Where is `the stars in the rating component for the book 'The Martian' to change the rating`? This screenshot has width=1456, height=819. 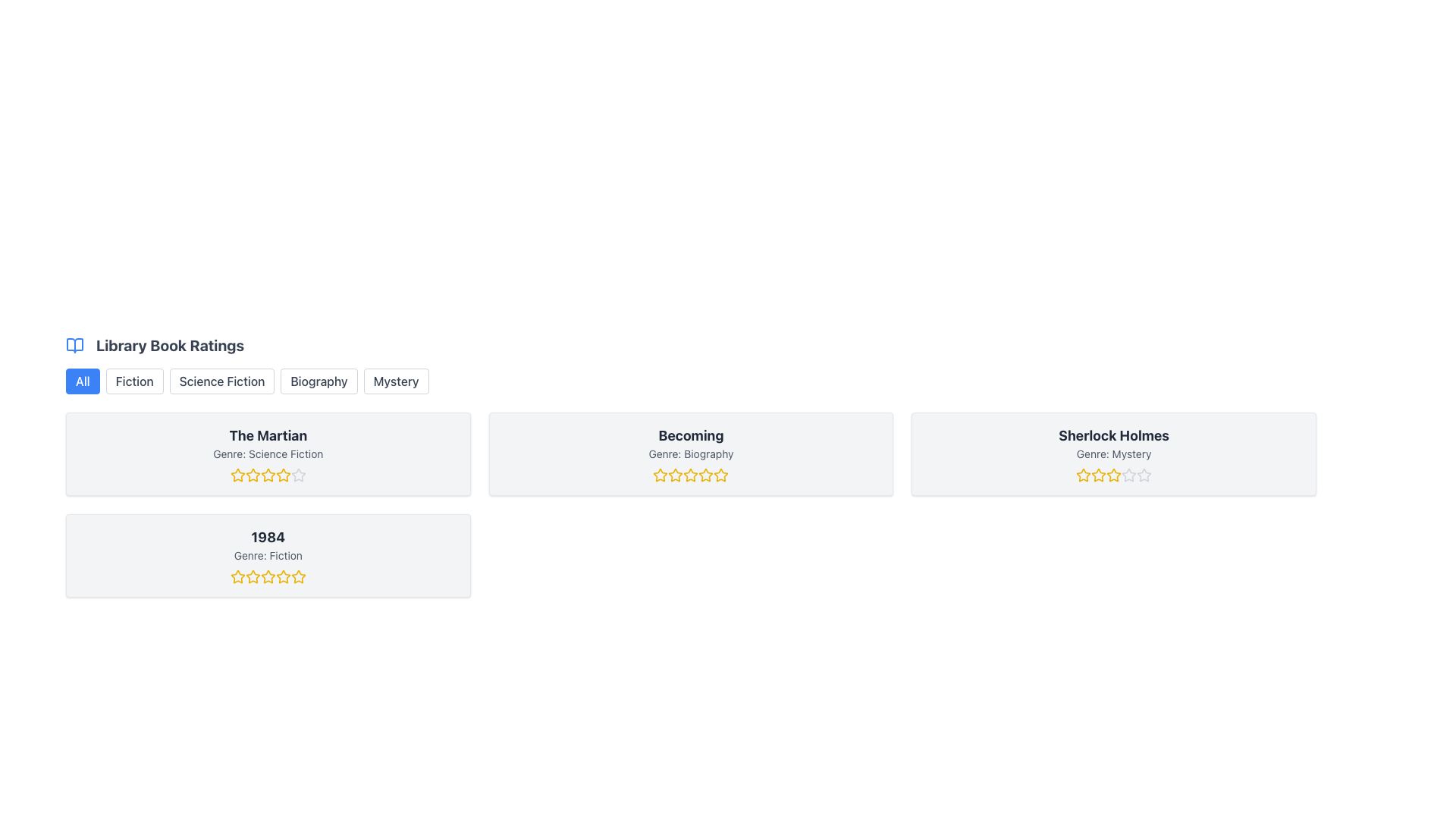
the stars in the rating component for the book 'The Martian' to change the rating is located at coordinates (268, 475).